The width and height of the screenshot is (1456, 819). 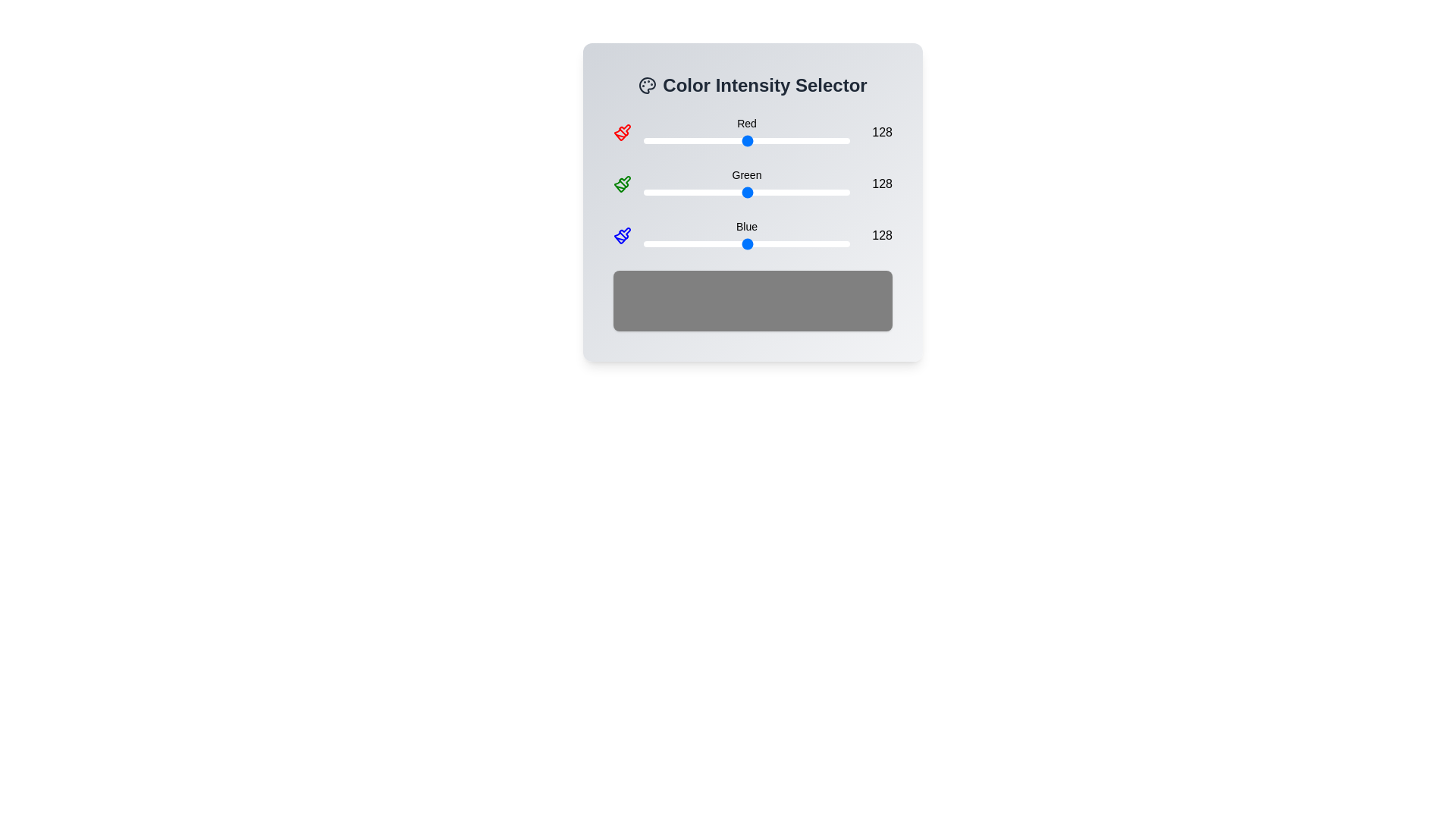 What do you see at coordinates (835, 192) in the screenshot?
I see `the green intensity` at bounding box center [835, 192].